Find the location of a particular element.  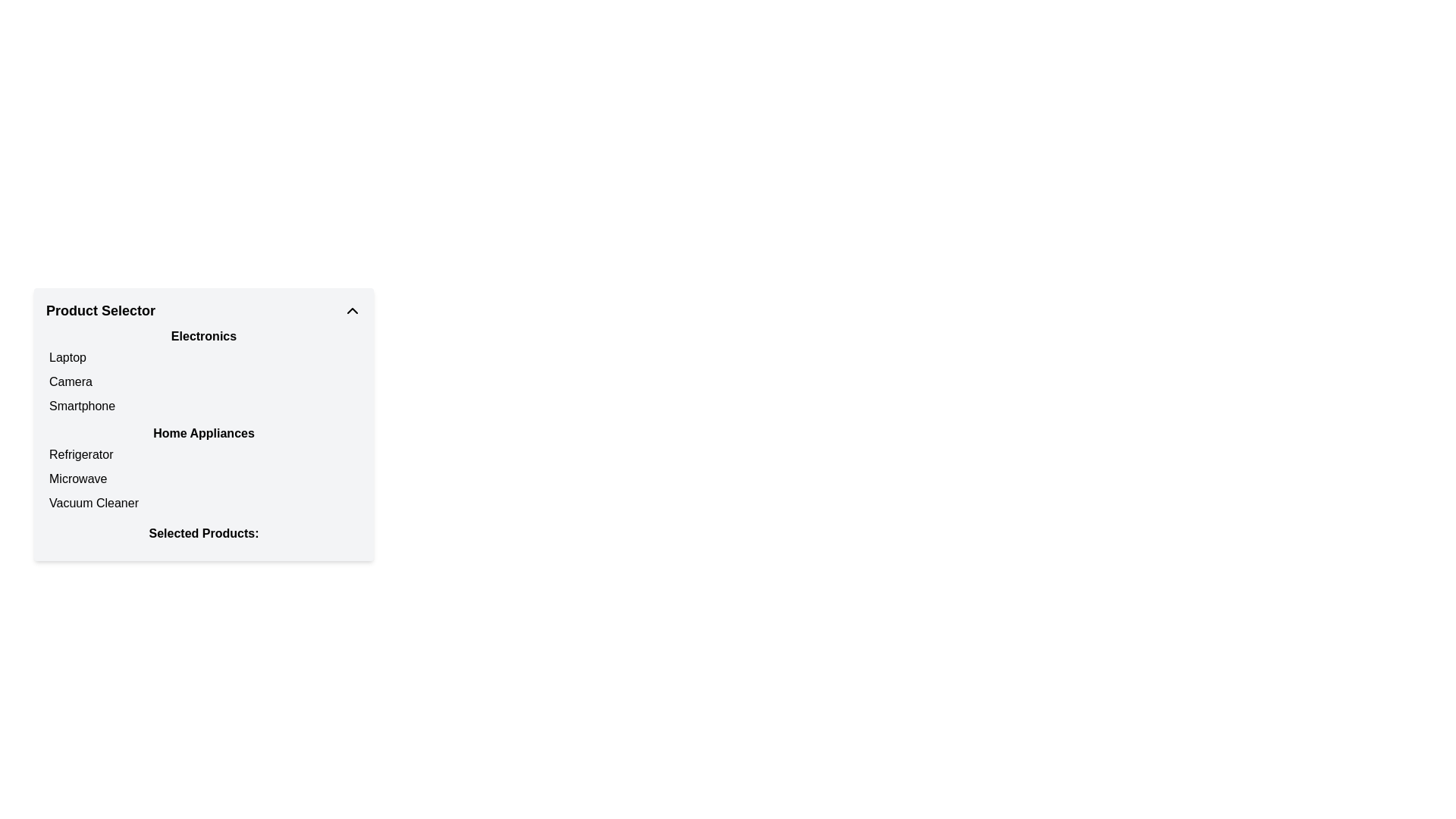

titles and subcategories of the textual sectioned list located centrally below the 'Product Selector' title, which categorizes products under 'Electronics' and 'Home Appliances' is located at coordinates (202, 421).